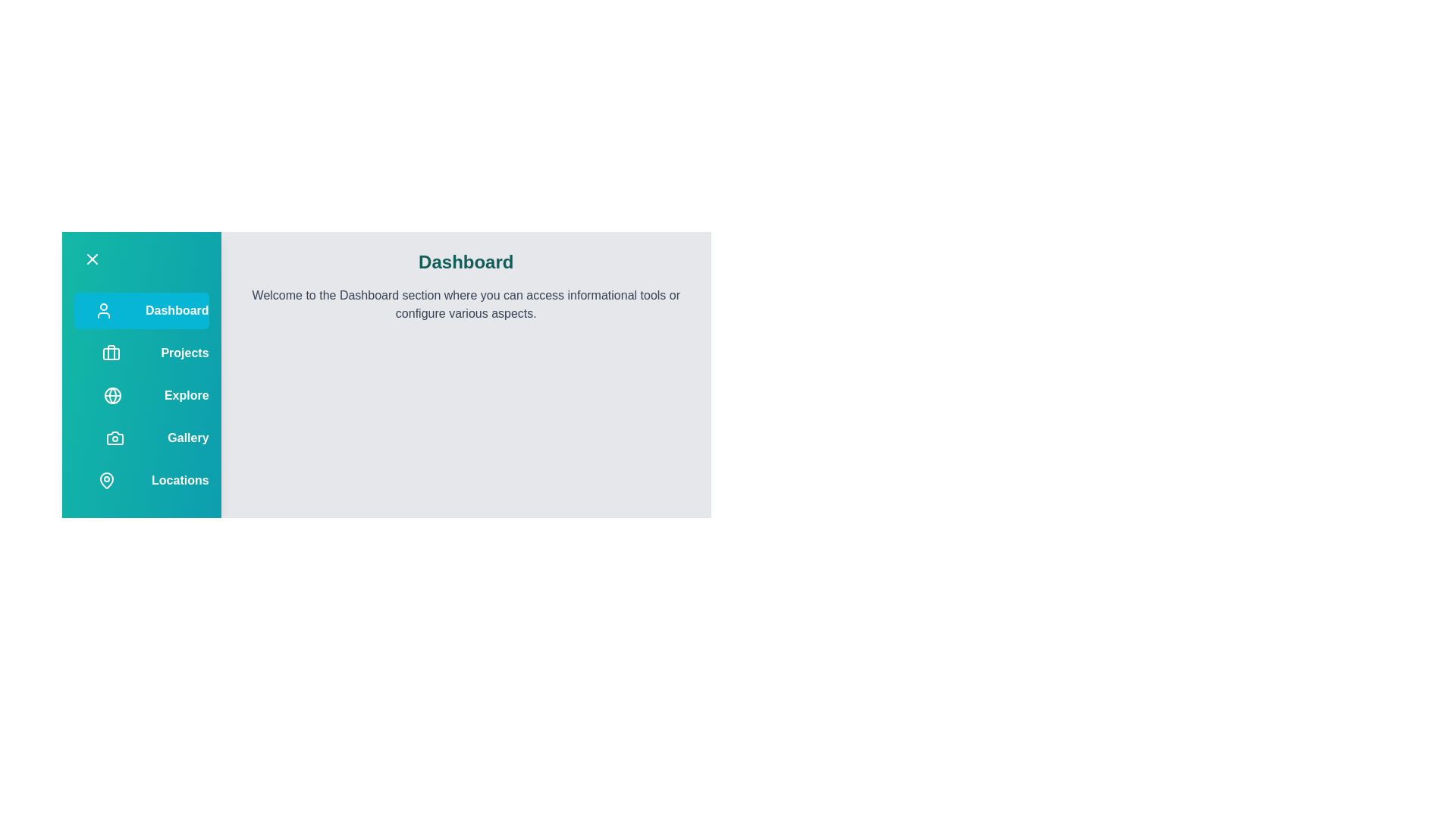  What do you see at coordinates (111, 353) in the screenshot?
I see `the menu option corresponding to Projects` at bounding box center [111, 353].